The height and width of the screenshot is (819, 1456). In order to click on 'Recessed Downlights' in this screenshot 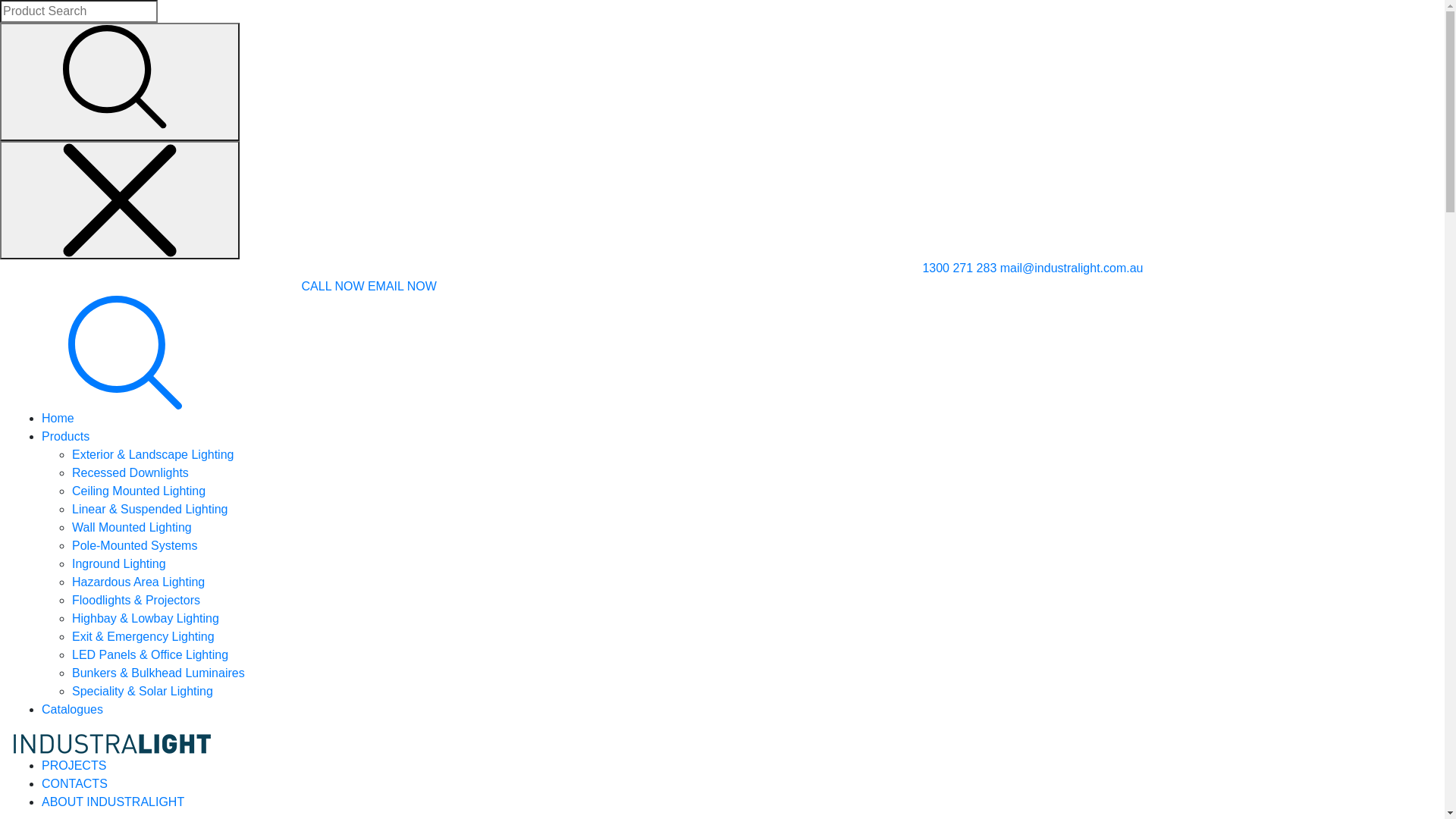, I will do `click(130, 472)`.